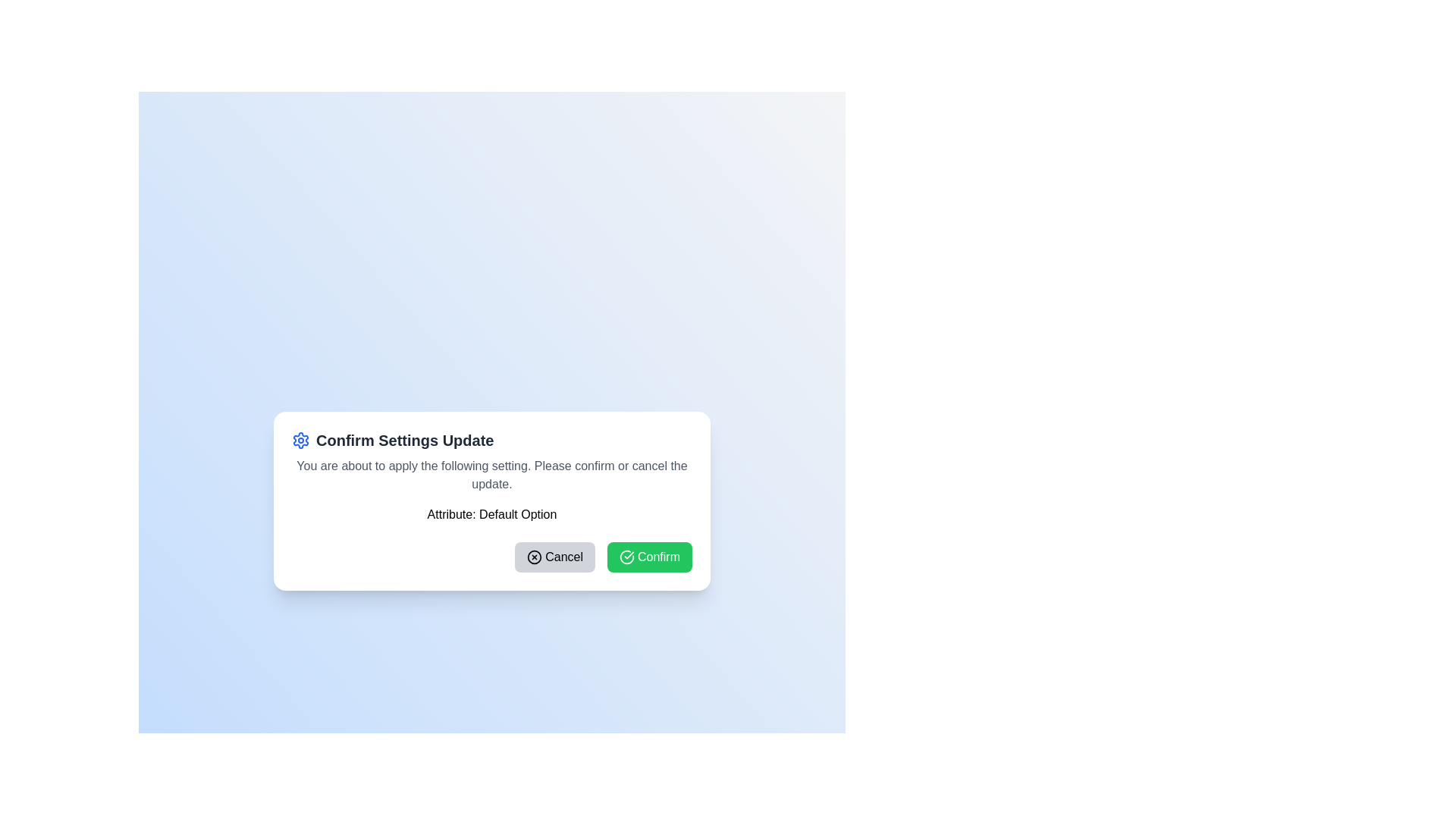  What do you see at coordinates (491, 513) in the screenshot?
I see `the label displaying a specific attribute and its value in the modal dialog titled 'Confirm Settings Update', located below the instructional text and above the action buttons` at bounding box center [491, 513].